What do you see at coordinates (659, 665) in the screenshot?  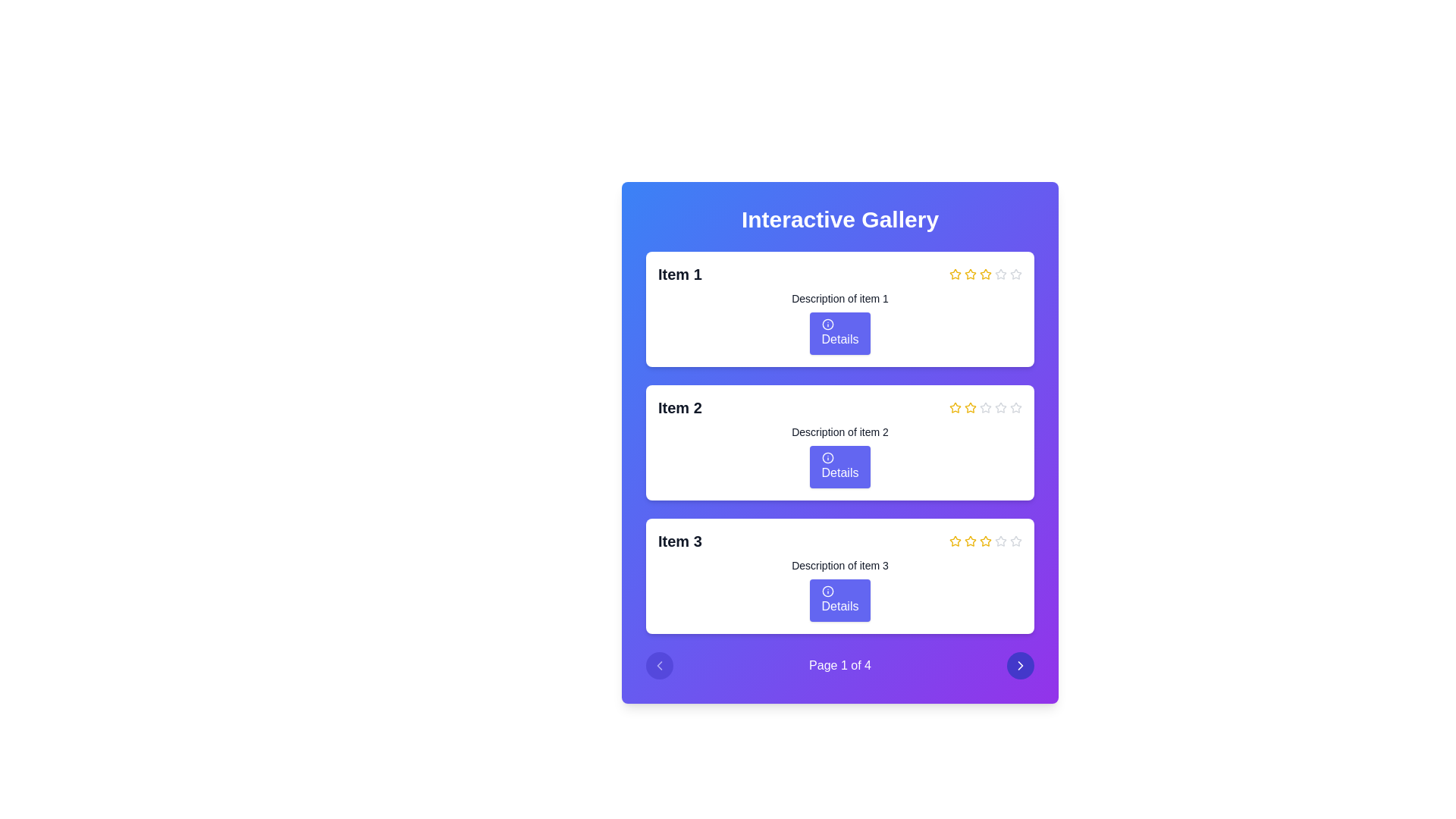 I see `the left-pointing chevron arrow icon located within the circular button in the bottom-left corner of the interface` at bounding box center [659, 665].